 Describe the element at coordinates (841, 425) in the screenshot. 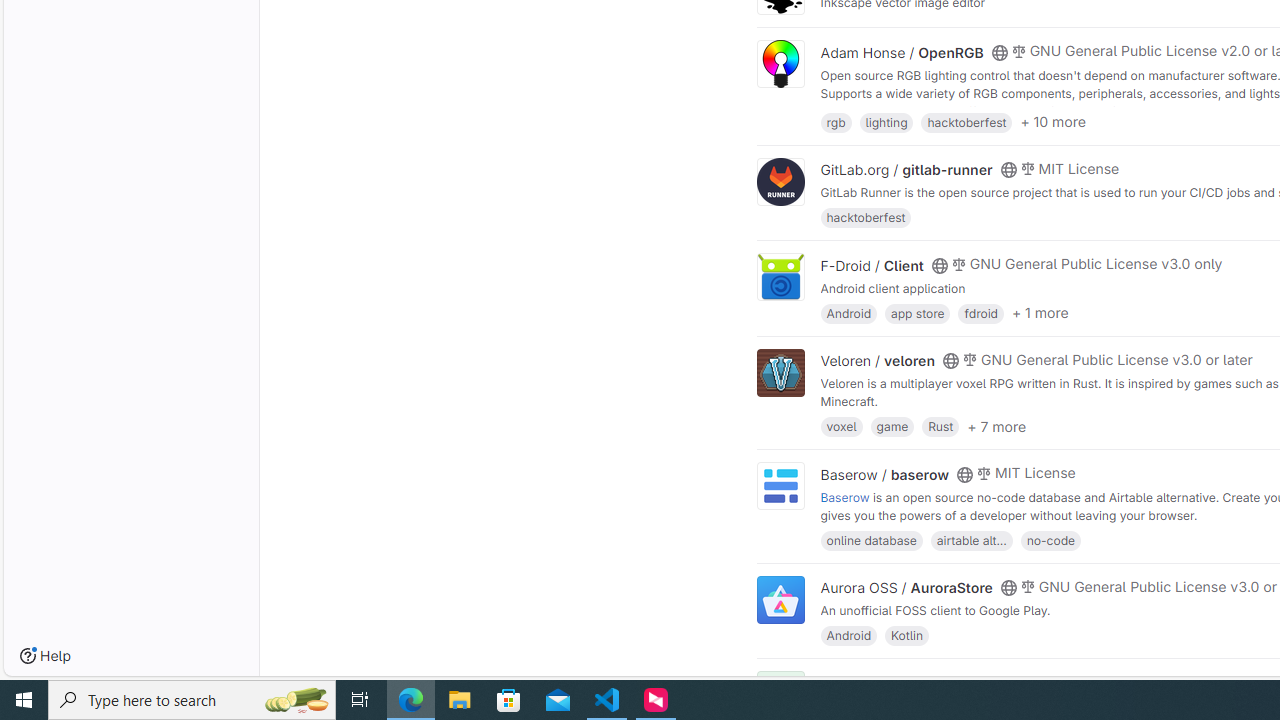

I see `'voxel'` at that location.